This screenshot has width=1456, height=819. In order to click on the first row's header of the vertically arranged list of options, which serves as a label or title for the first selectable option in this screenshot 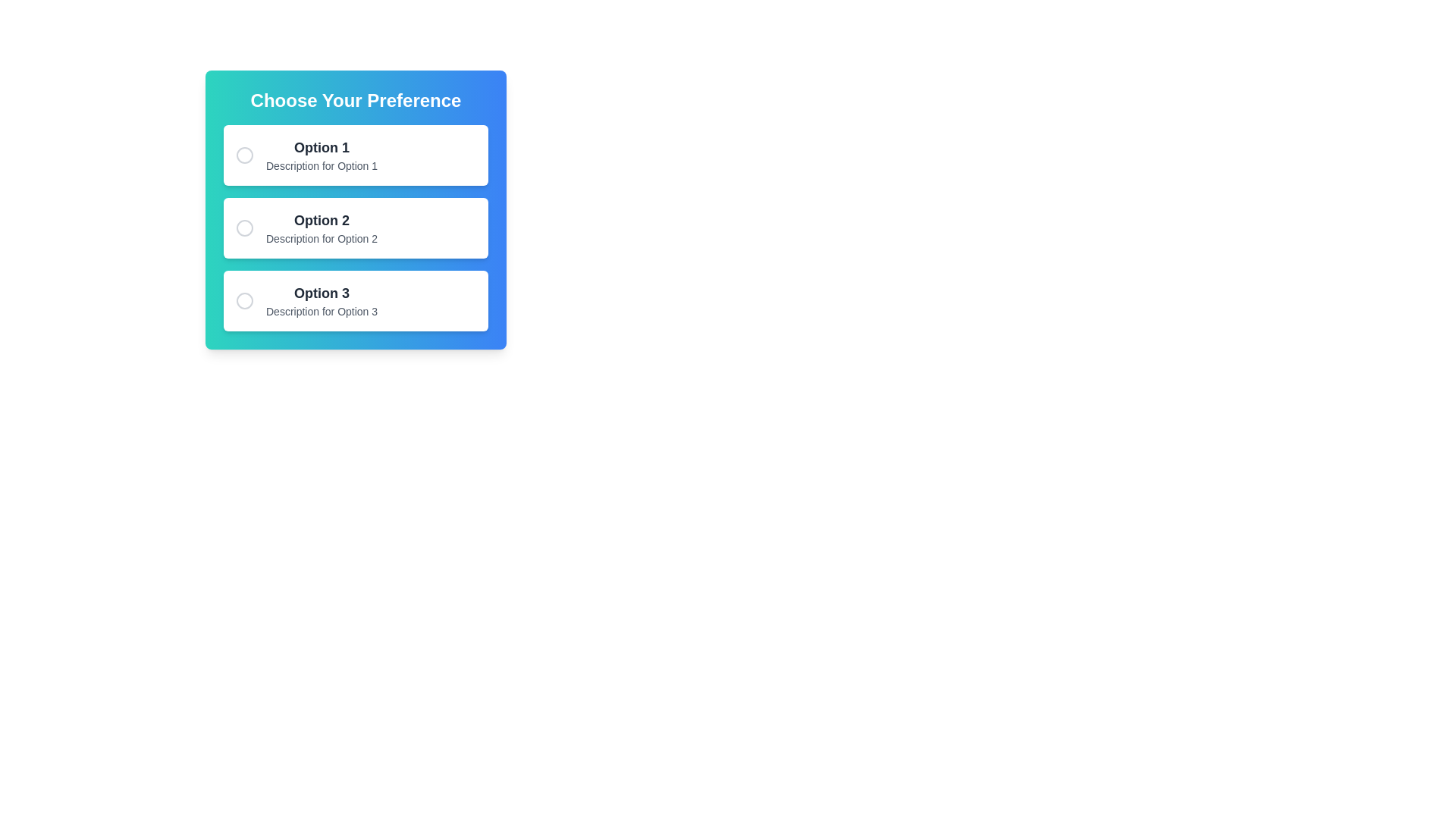, I will do `click(321, 148)`.